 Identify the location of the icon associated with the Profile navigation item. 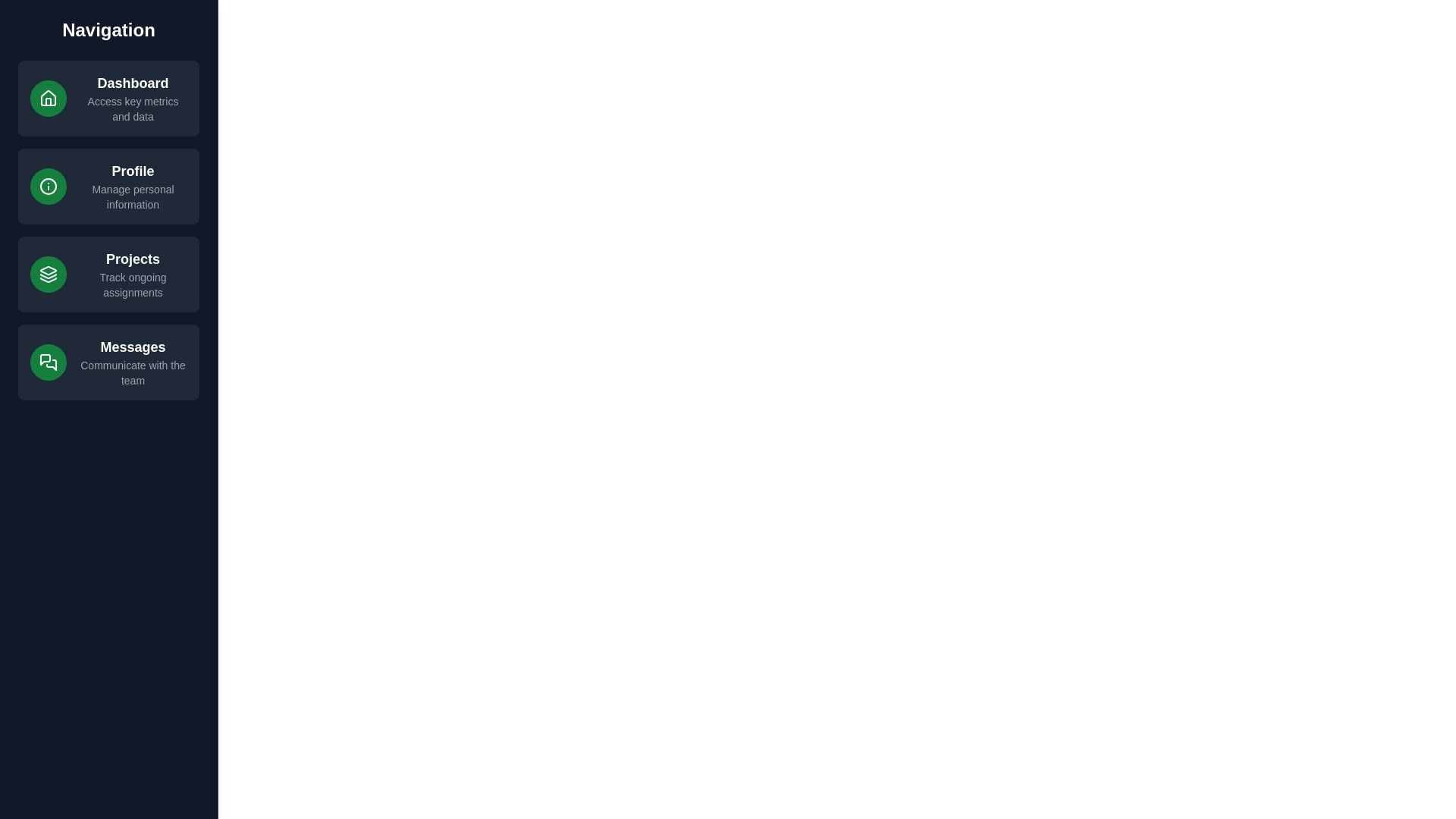
(48, 186).